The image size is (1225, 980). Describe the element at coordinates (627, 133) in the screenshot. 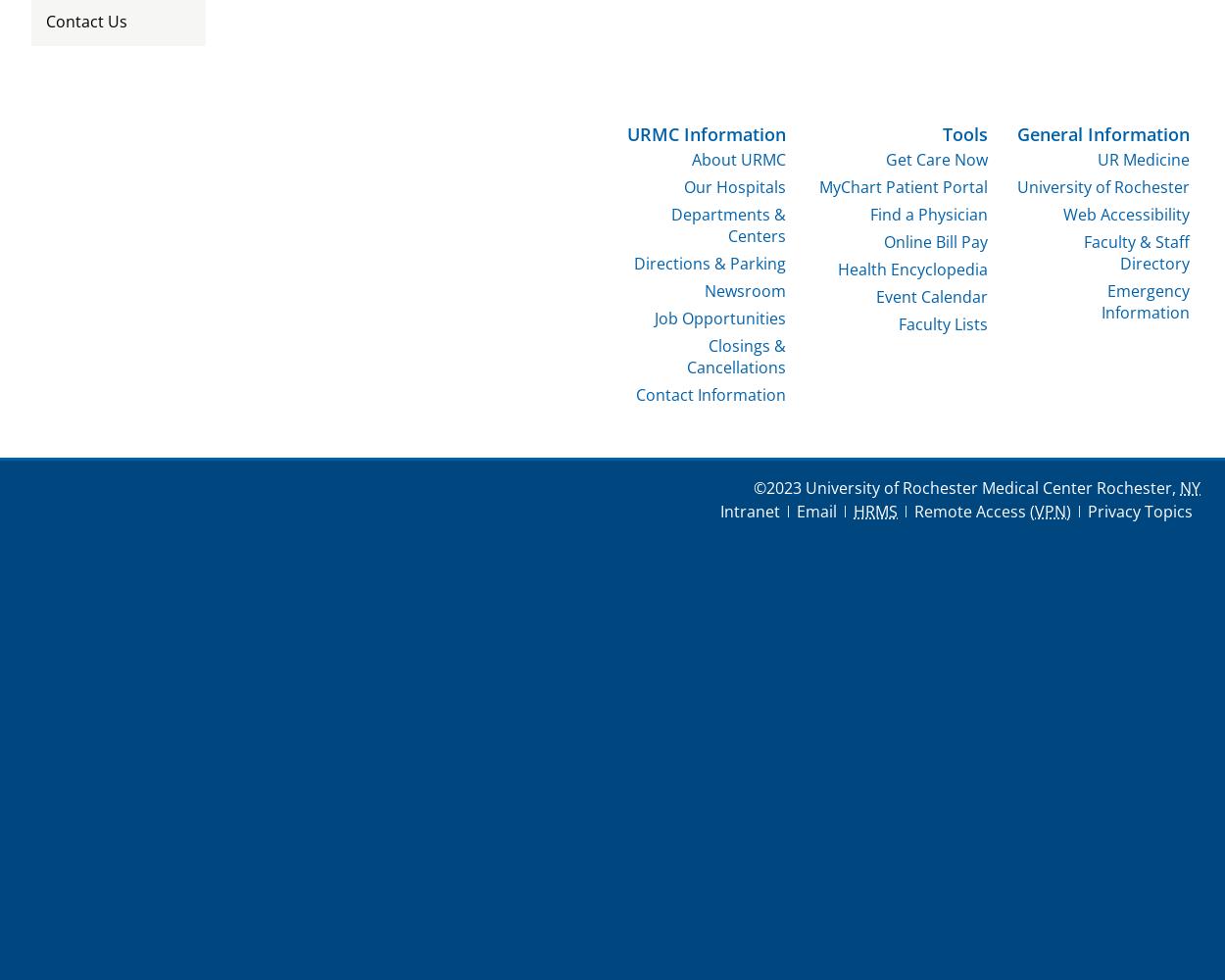

I see `'URMC Information'` at that location.